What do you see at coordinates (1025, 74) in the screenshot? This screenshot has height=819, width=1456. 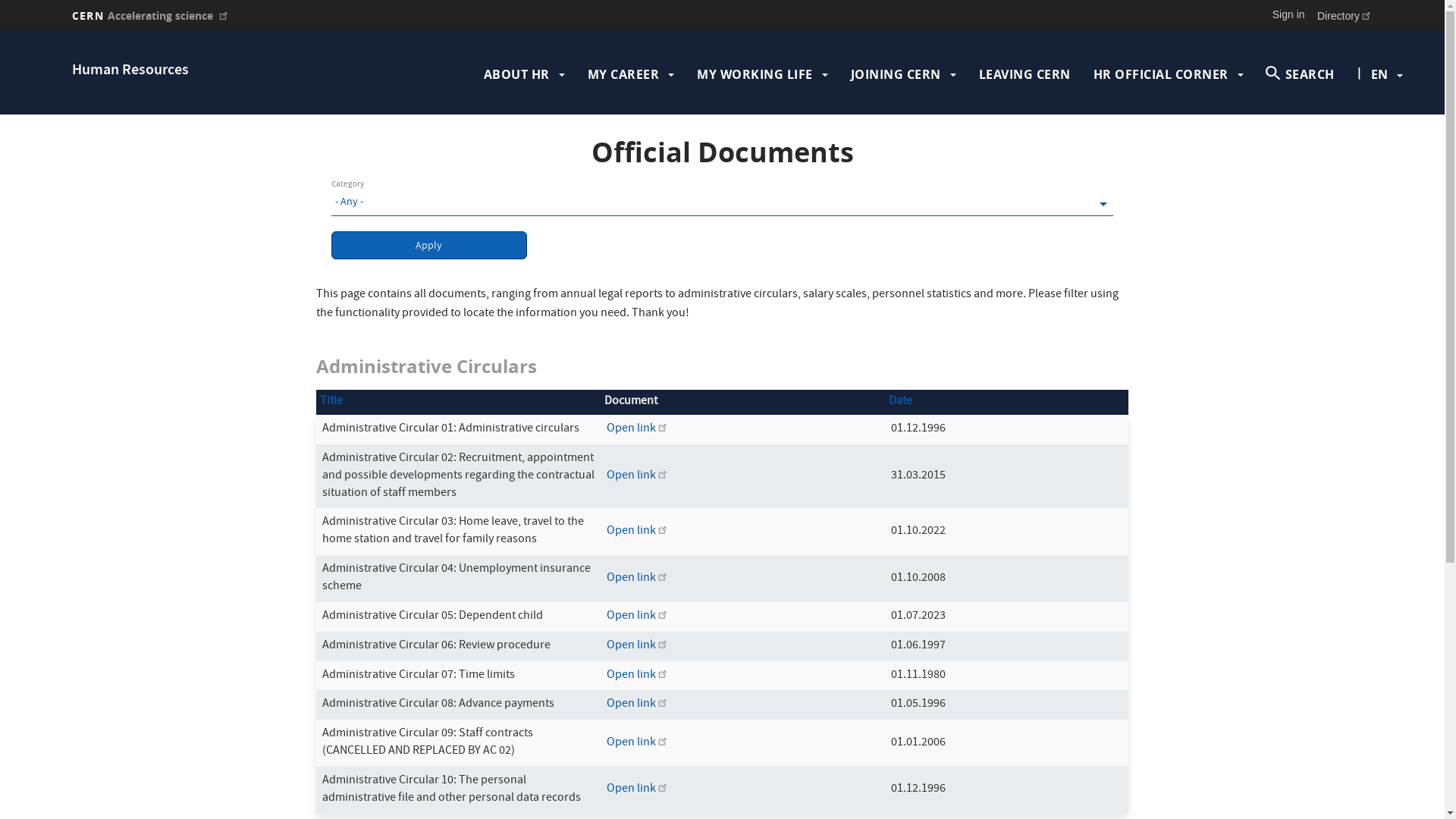 I see `'LEAVING CERN'` at bounding box center [1025, 74].